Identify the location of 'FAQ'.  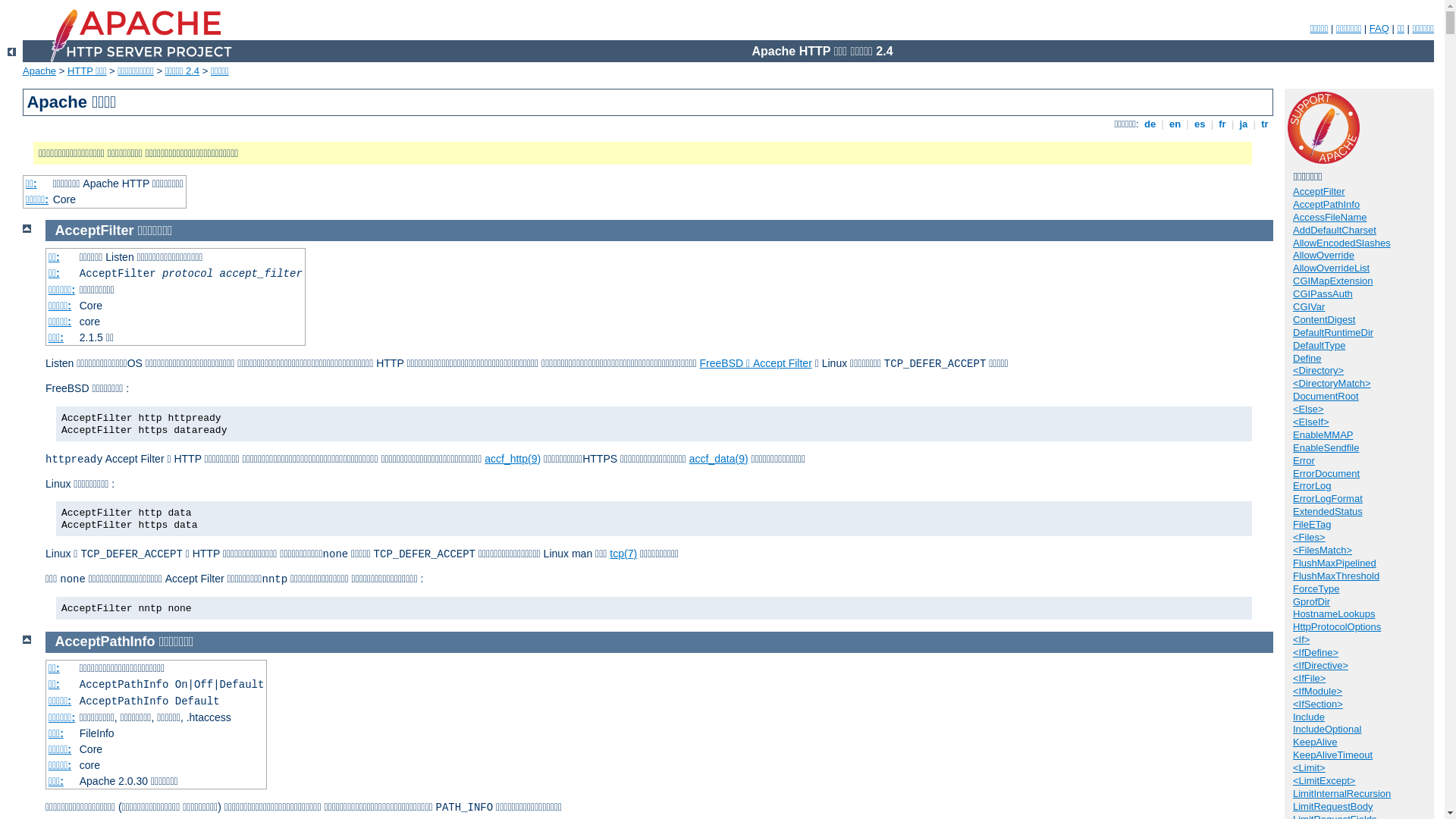
(1379, 28).